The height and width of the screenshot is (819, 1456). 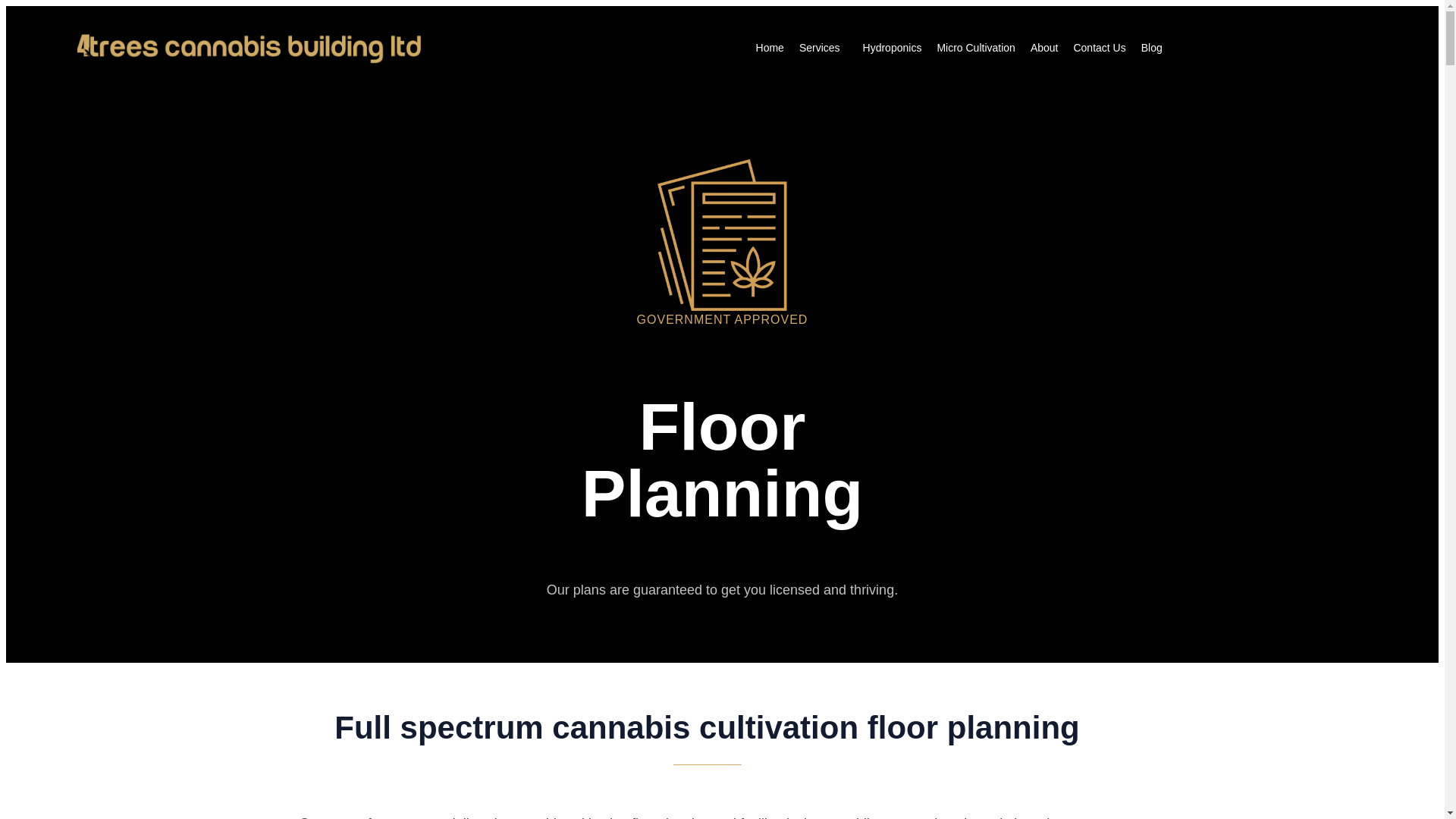 I want to click on 'Hydroponics', so click(x=892, y=46).